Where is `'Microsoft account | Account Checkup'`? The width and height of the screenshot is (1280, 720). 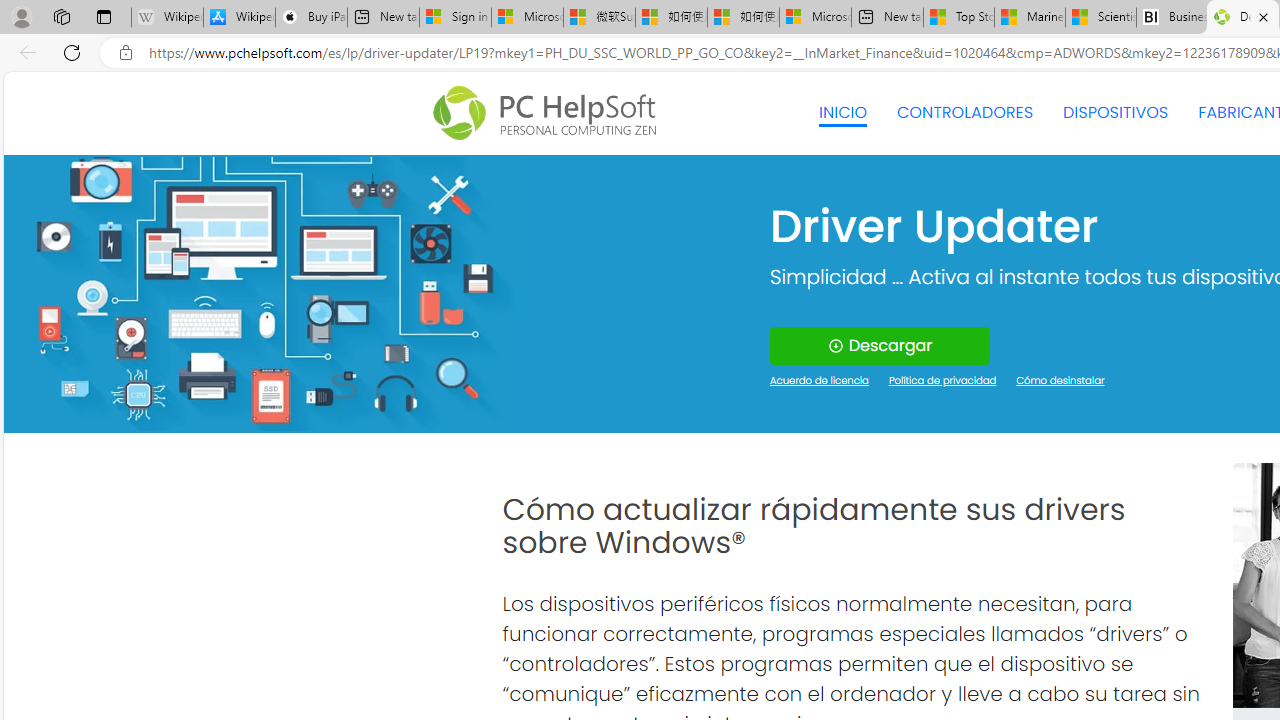
'Microsoft account | Account Checkup' is located at coordinates (815, 17).